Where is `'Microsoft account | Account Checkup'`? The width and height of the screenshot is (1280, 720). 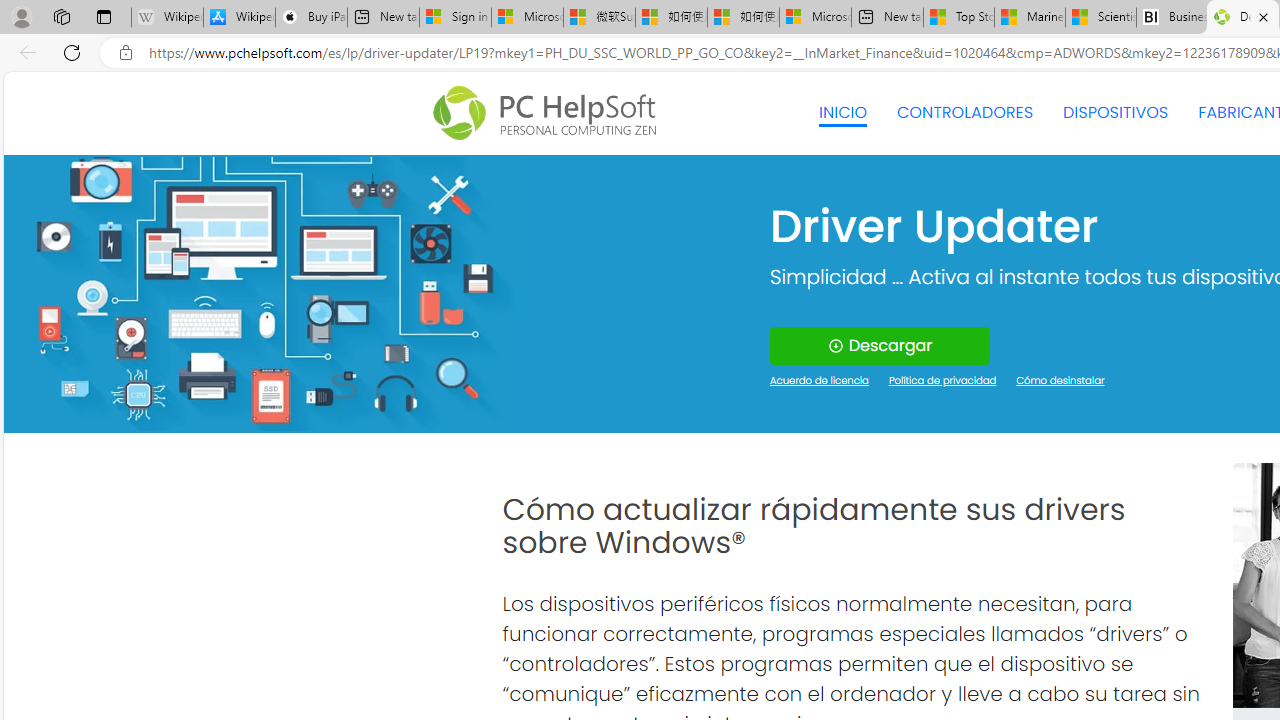
'Microsoft account | Account Checkup' is located at coordinates (815, 17).